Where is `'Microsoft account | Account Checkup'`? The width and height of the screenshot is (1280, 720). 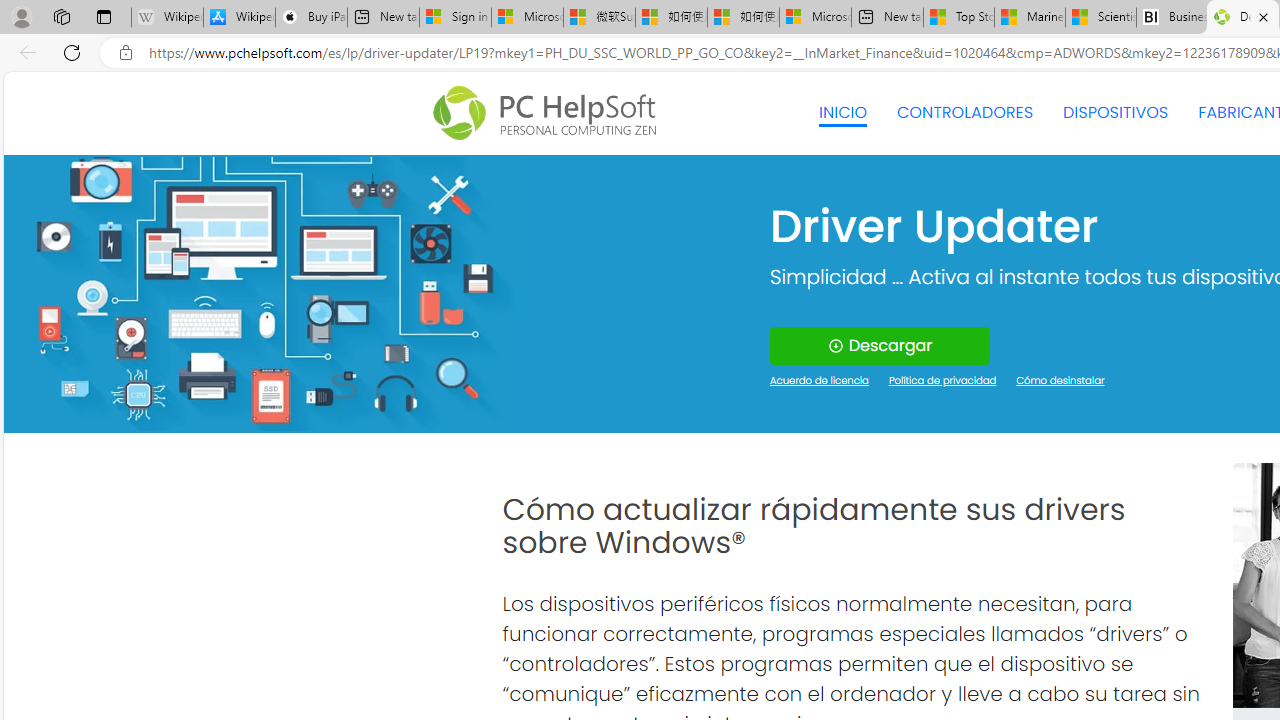
'Microsoft account | Account Checkup' is located at coordinates (815, 17).